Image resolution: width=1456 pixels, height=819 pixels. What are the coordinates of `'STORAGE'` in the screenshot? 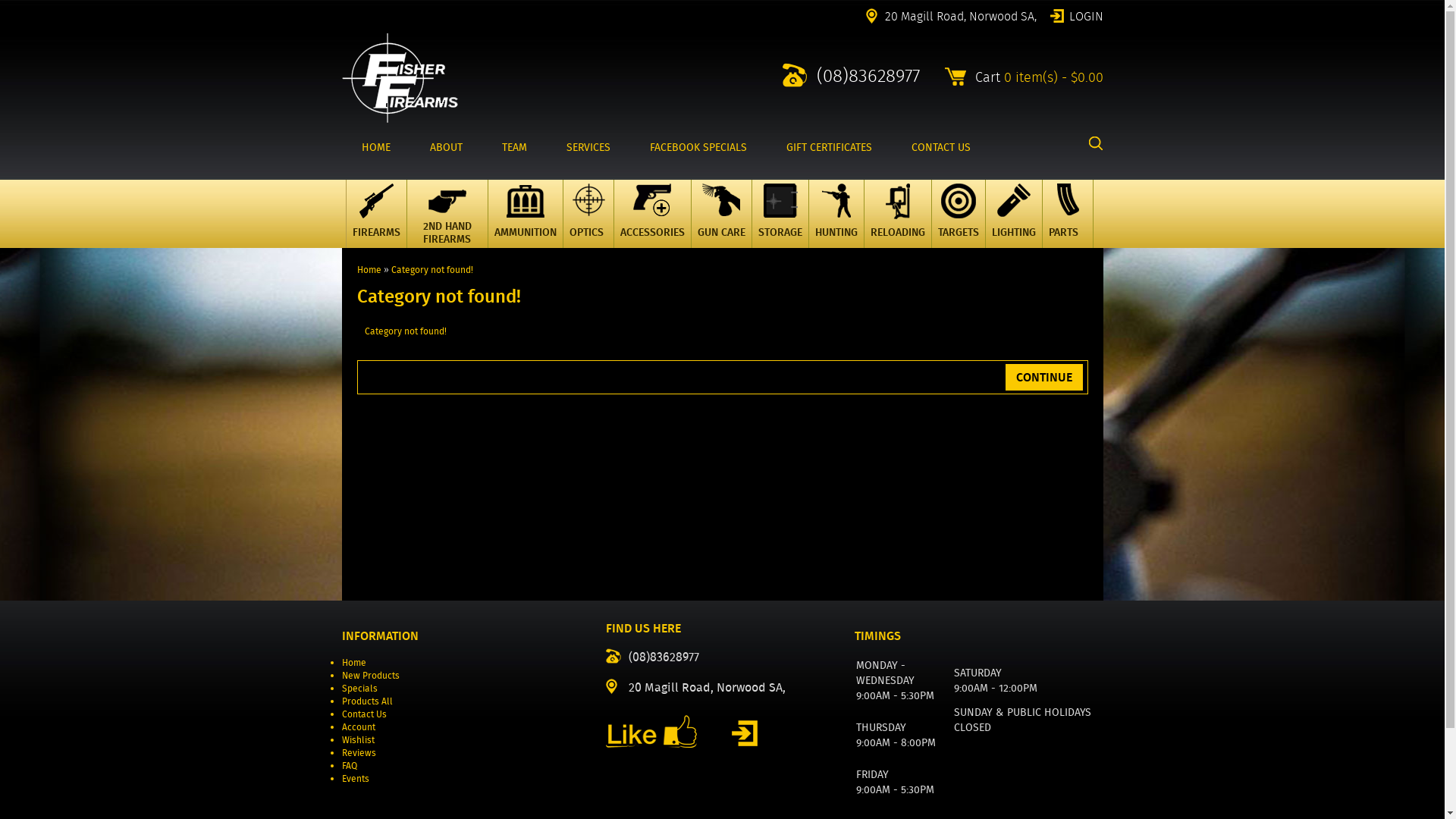 It's located at (779, 213).